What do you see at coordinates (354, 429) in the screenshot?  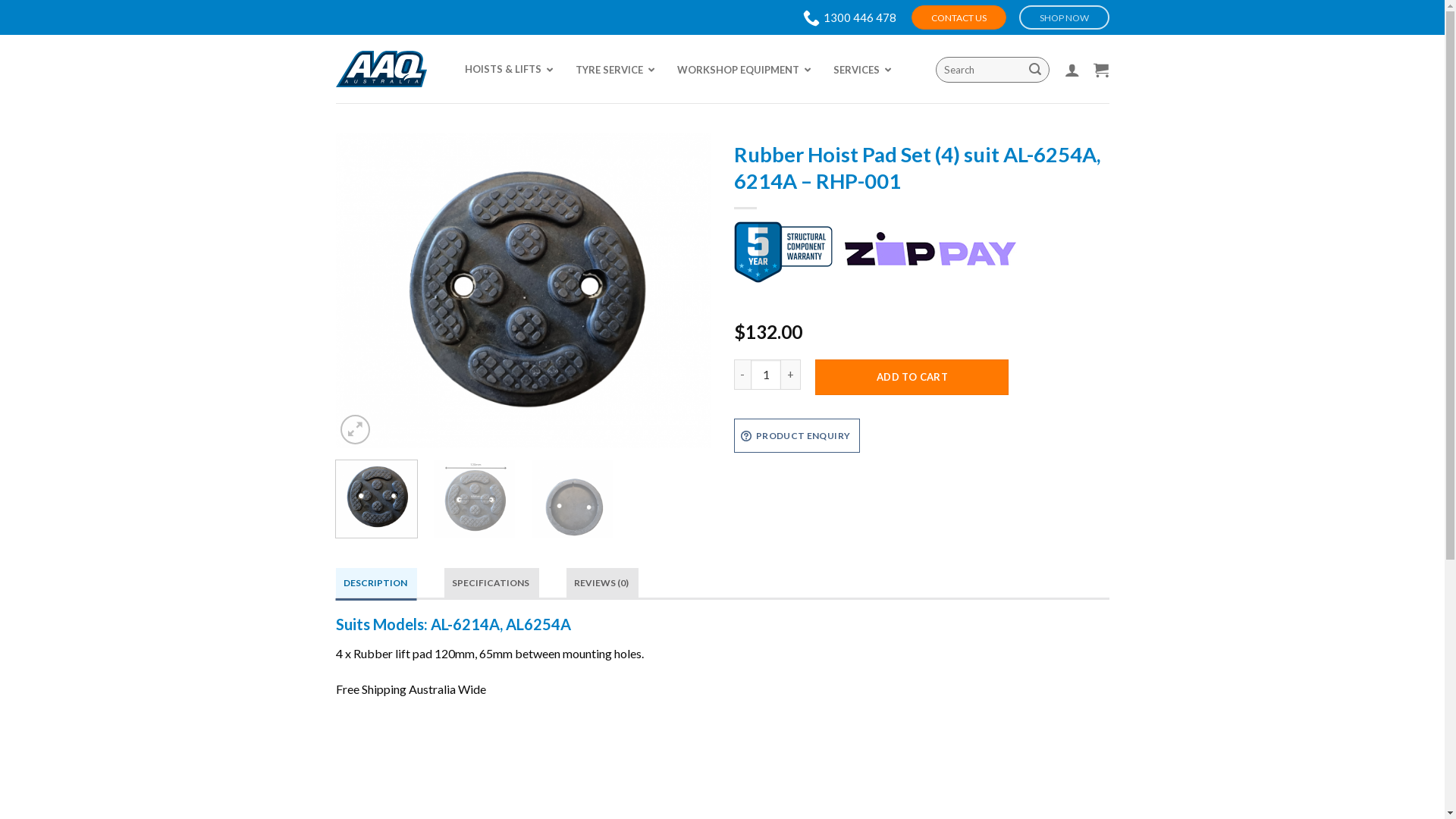 I see `'Zoom'` at bounding box center [354, 429].